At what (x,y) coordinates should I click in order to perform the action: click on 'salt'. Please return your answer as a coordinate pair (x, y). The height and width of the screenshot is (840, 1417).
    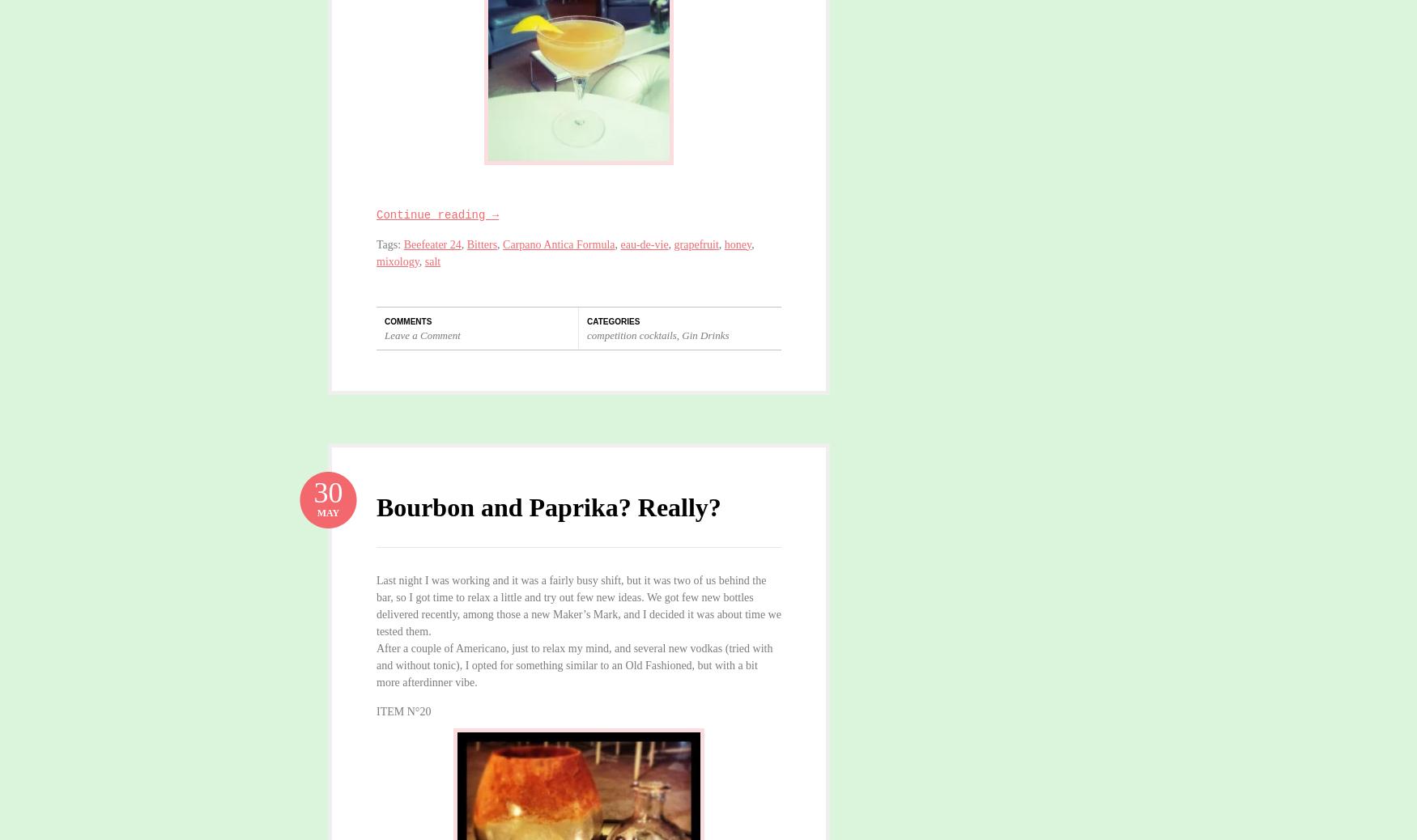
    Looking at the image, I should click on (431, 261).